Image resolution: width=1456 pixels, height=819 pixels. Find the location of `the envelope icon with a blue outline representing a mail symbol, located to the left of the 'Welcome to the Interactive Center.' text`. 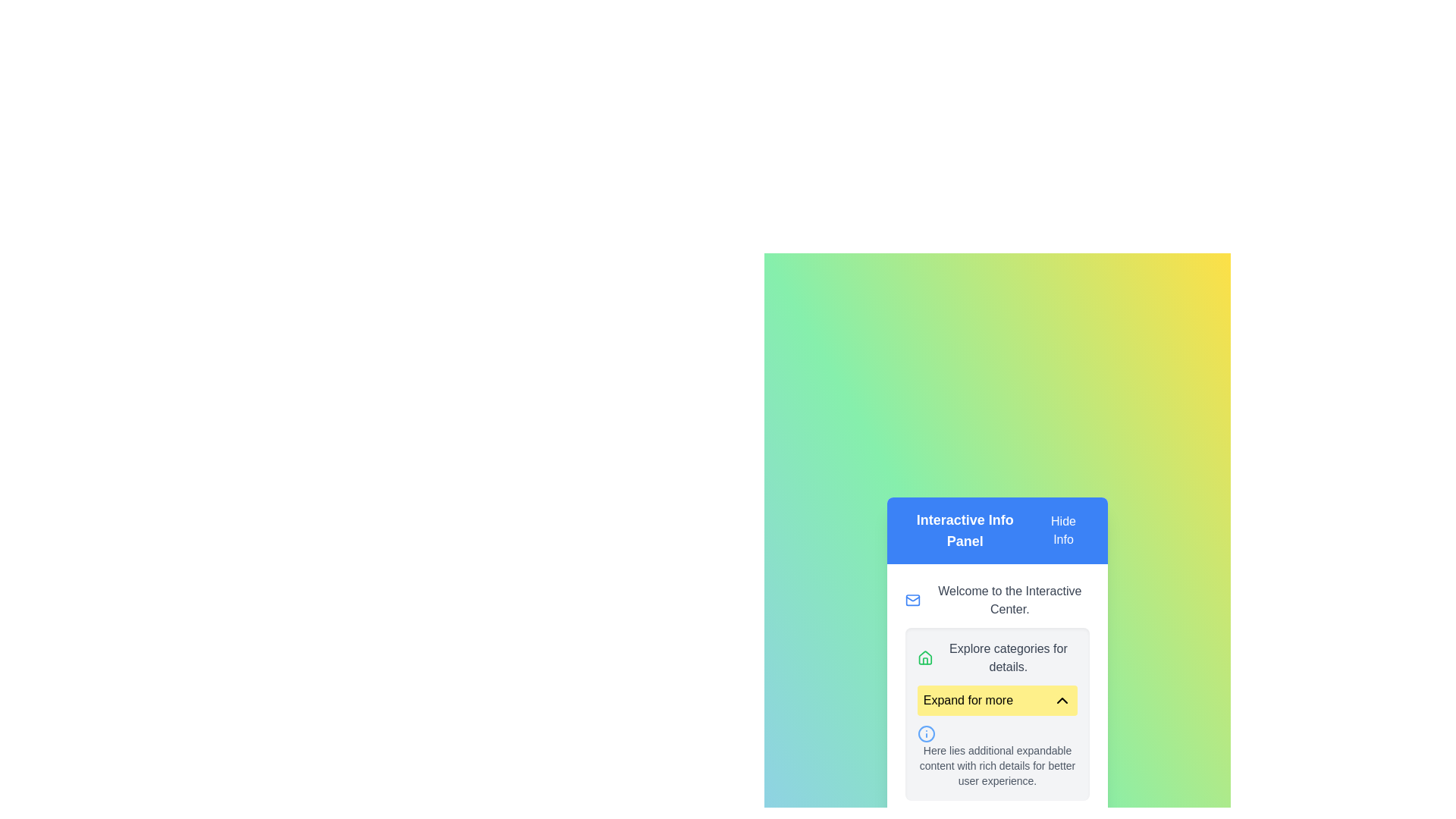

the envelope icon with a blue outline representing a mail symbol, located to the left of the 'Welcome to the Interactive Center.' text is located at coordinates (912, 599).